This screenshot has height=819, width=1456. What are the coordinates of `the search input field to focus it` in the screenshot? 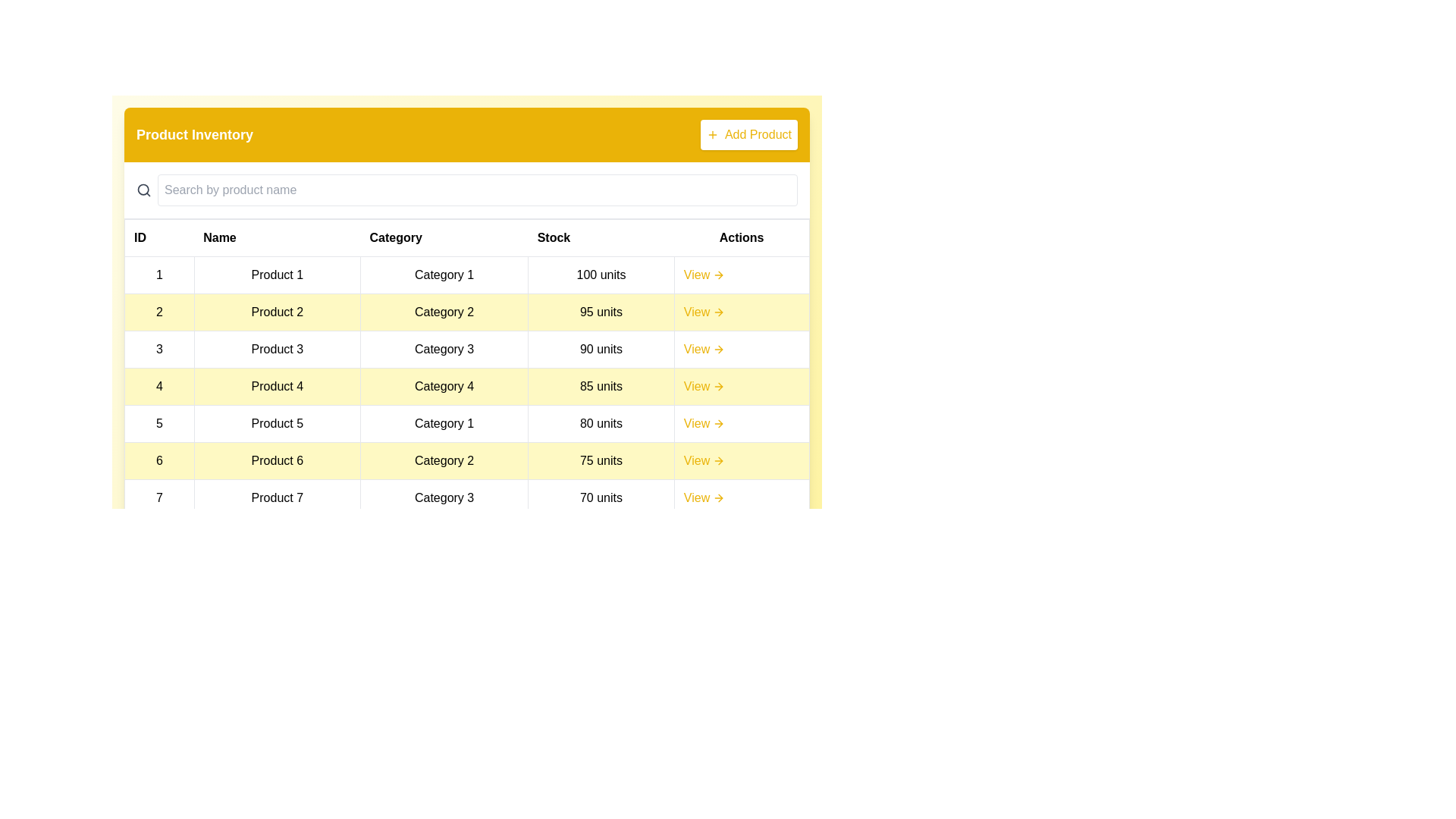 It's located at (476, 189).